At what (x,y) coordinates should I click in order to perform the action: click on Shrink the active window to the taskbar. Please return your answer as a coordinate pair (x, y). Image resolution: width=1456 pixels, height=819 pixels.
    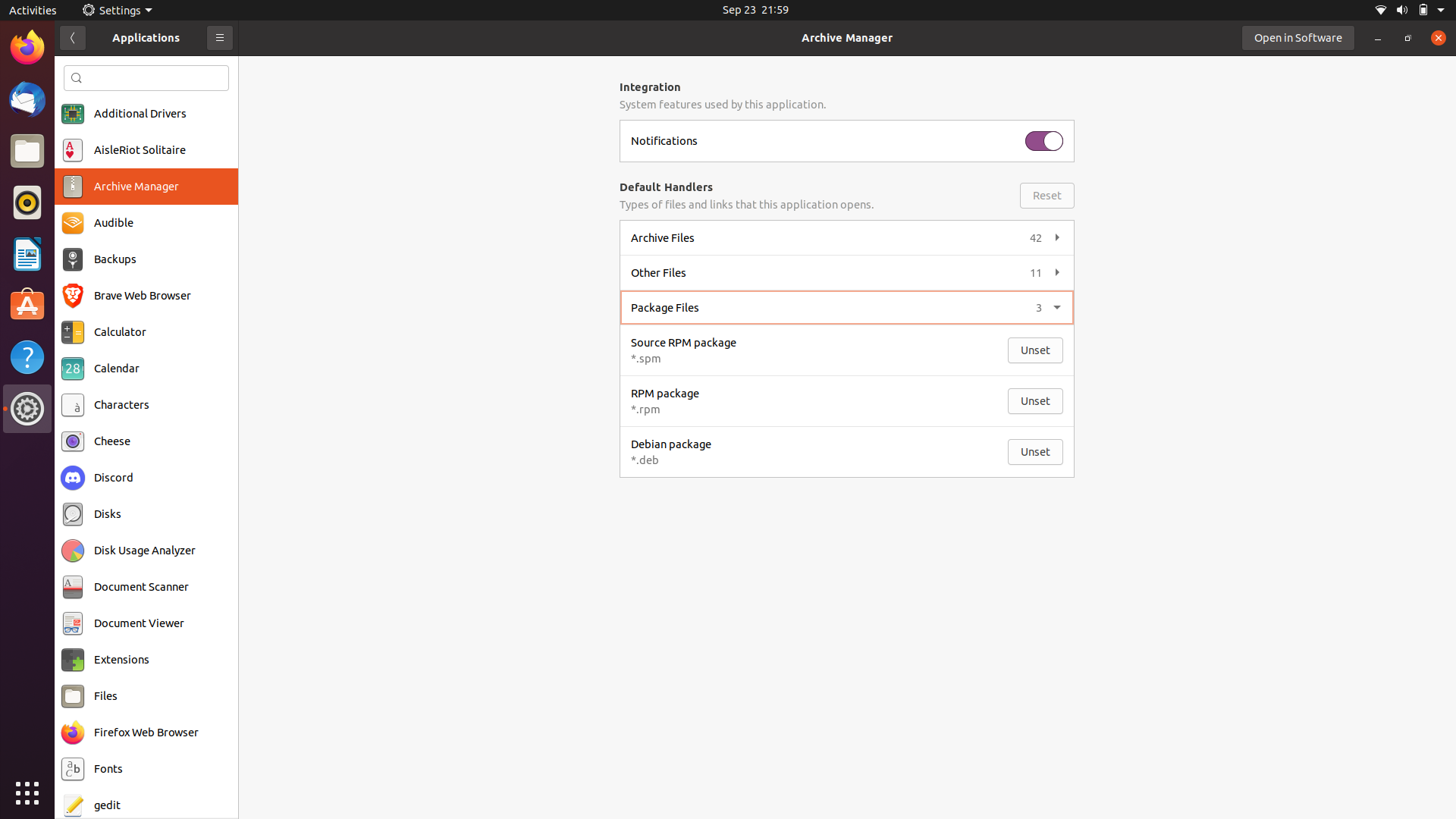
    Looking at the image, I should click on (1379, 37).